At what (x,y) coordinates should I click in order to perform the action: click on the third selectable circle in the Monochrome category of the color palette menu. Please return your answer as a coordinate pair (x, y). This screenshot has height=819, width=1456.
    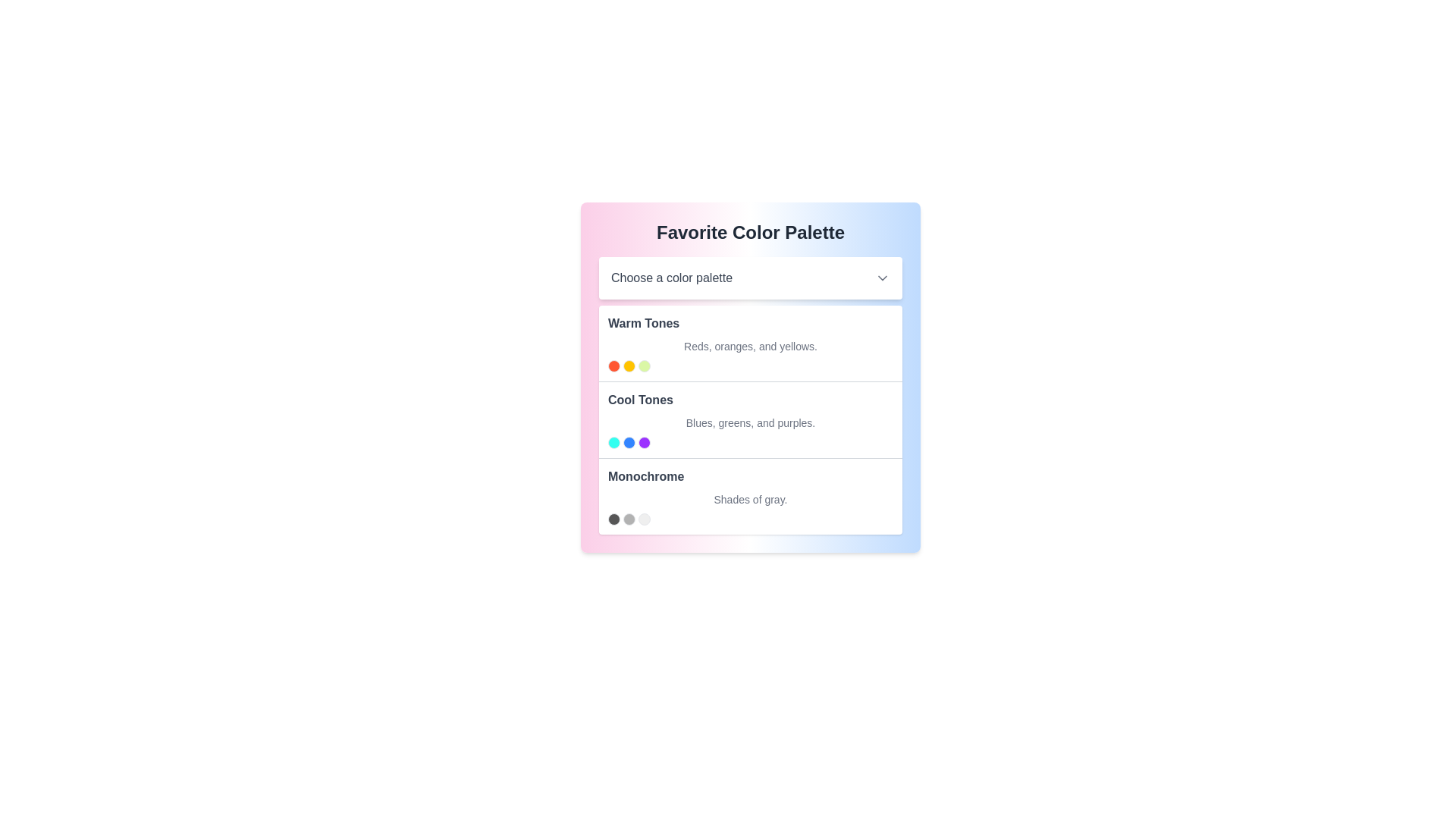
    Looking at the image, I should click on (644, 519).